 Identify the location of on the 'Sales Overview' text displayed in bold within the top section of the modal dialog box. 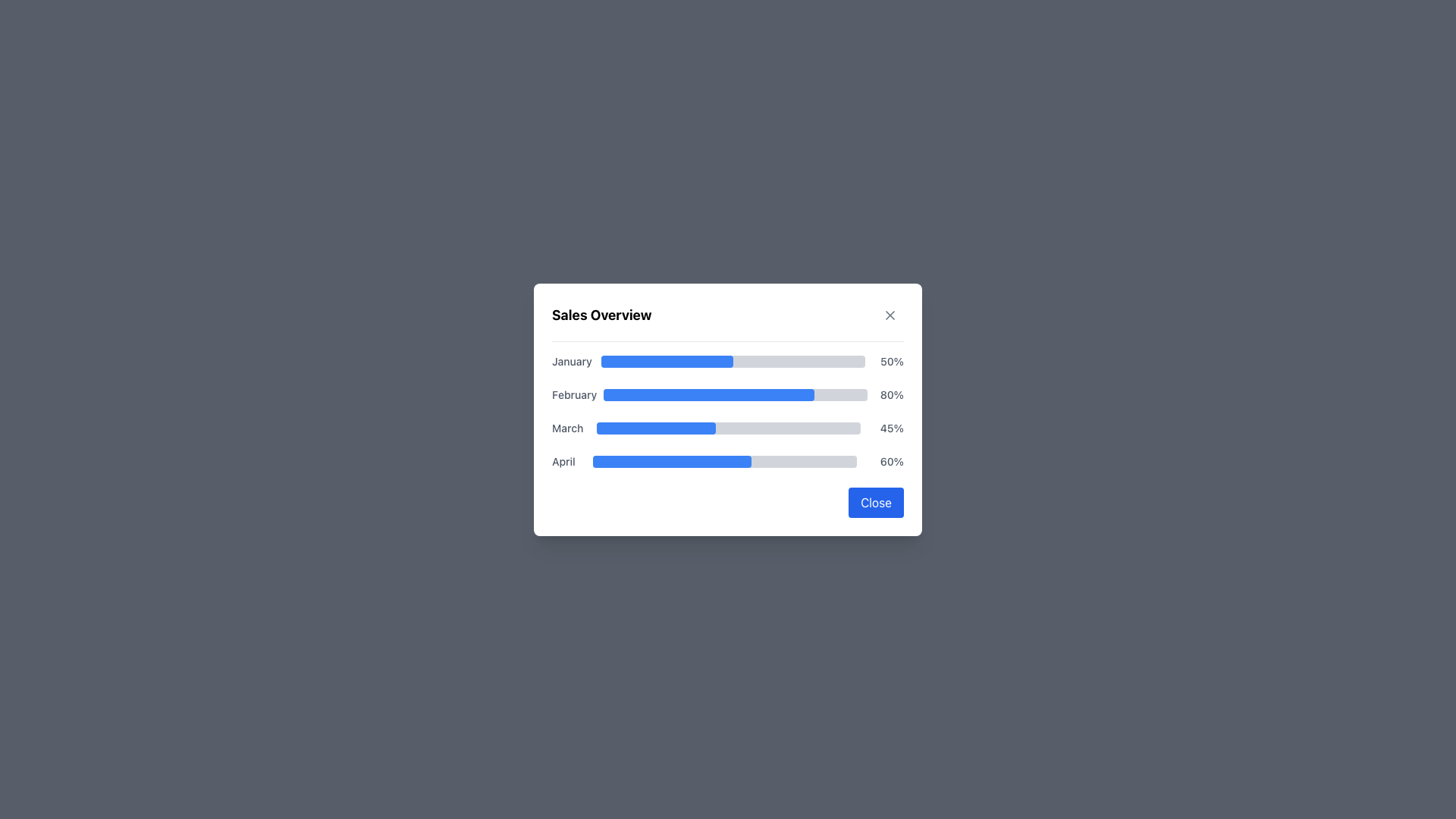
(601, 314).